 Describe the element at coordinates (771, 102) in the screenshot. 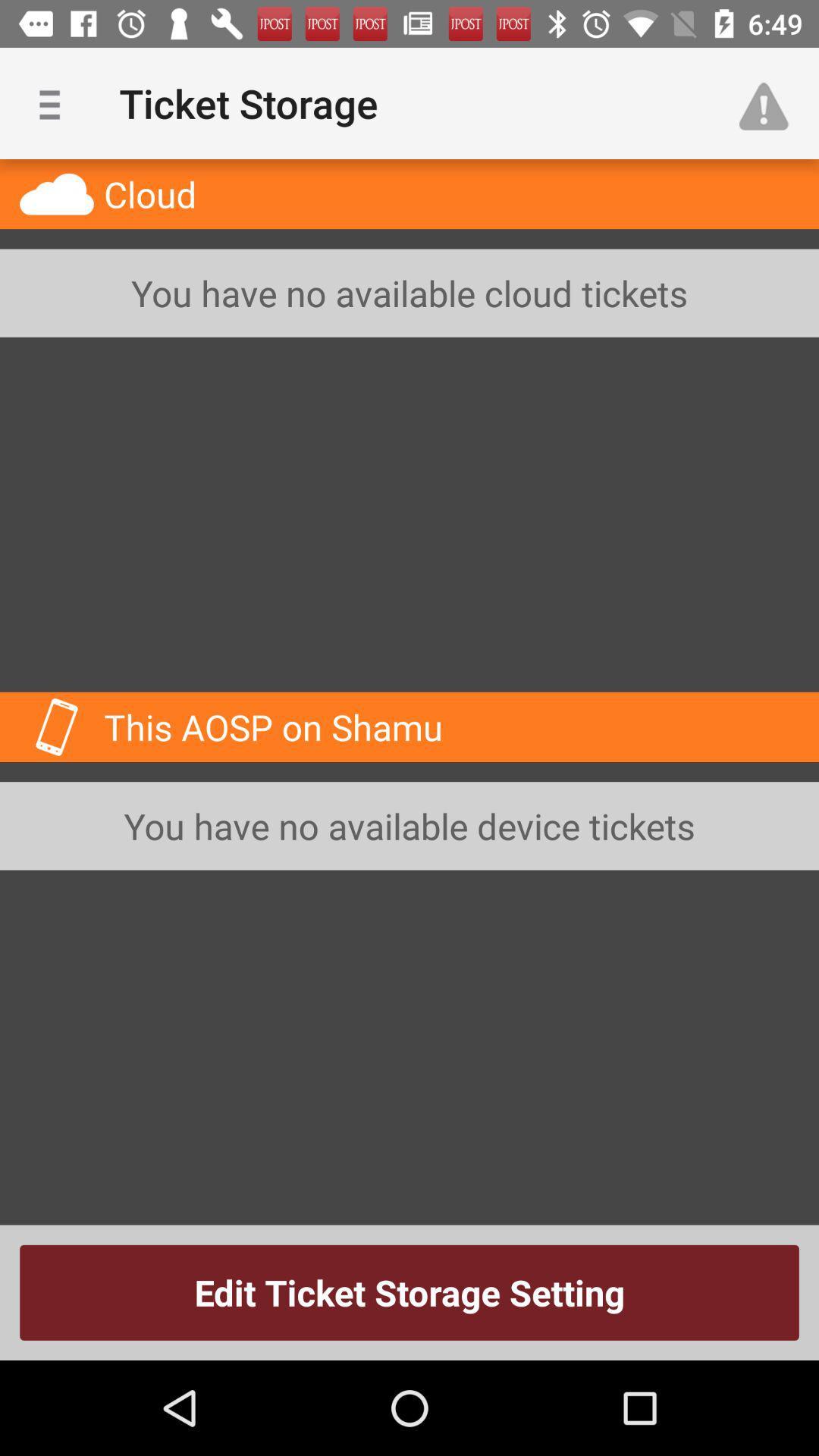

I see `the icon to the right of the ticket storage` at that location.